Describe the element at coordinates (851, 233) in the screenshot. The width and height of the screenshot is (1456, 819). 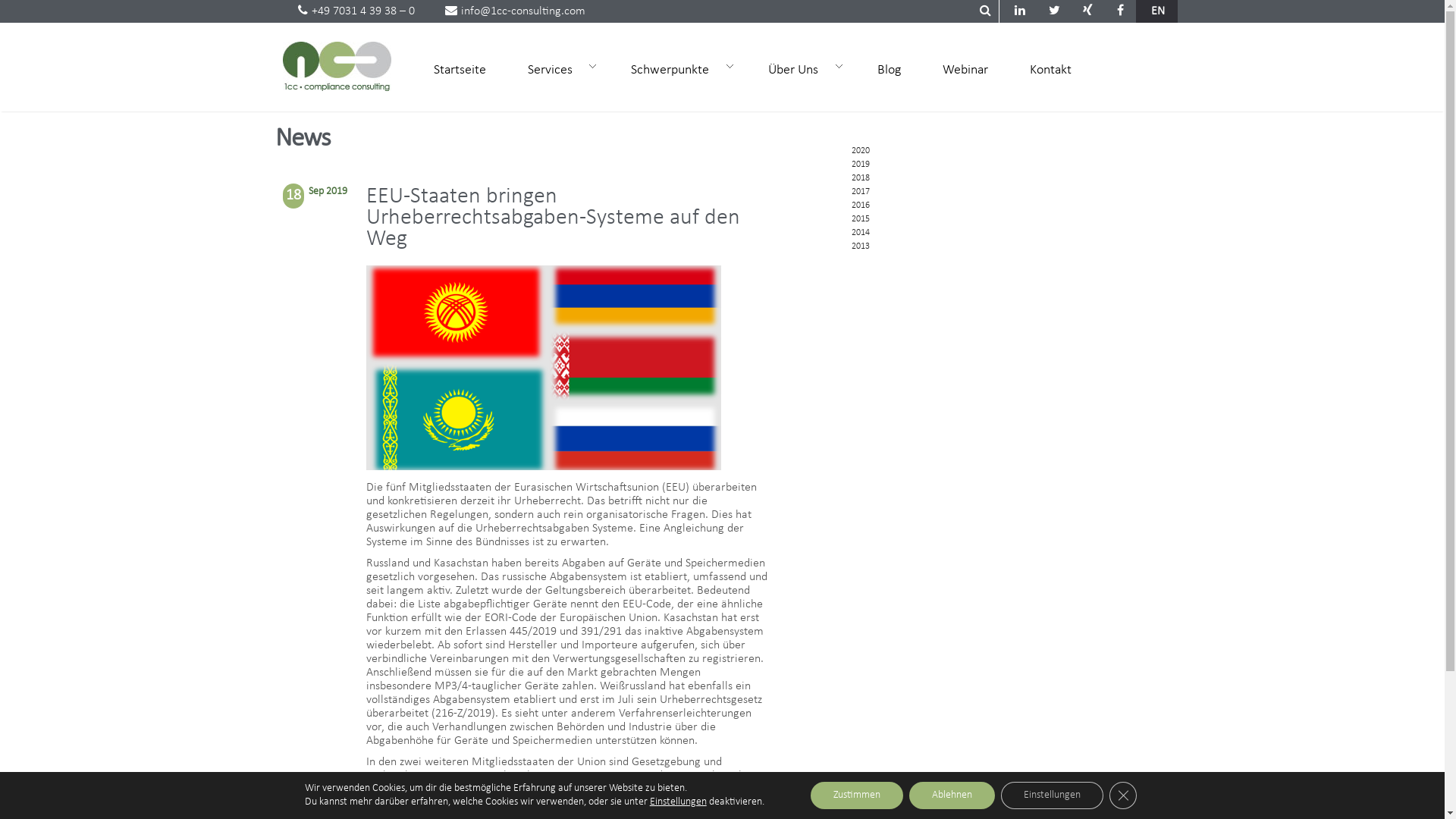
I see `'2014'` at that location.